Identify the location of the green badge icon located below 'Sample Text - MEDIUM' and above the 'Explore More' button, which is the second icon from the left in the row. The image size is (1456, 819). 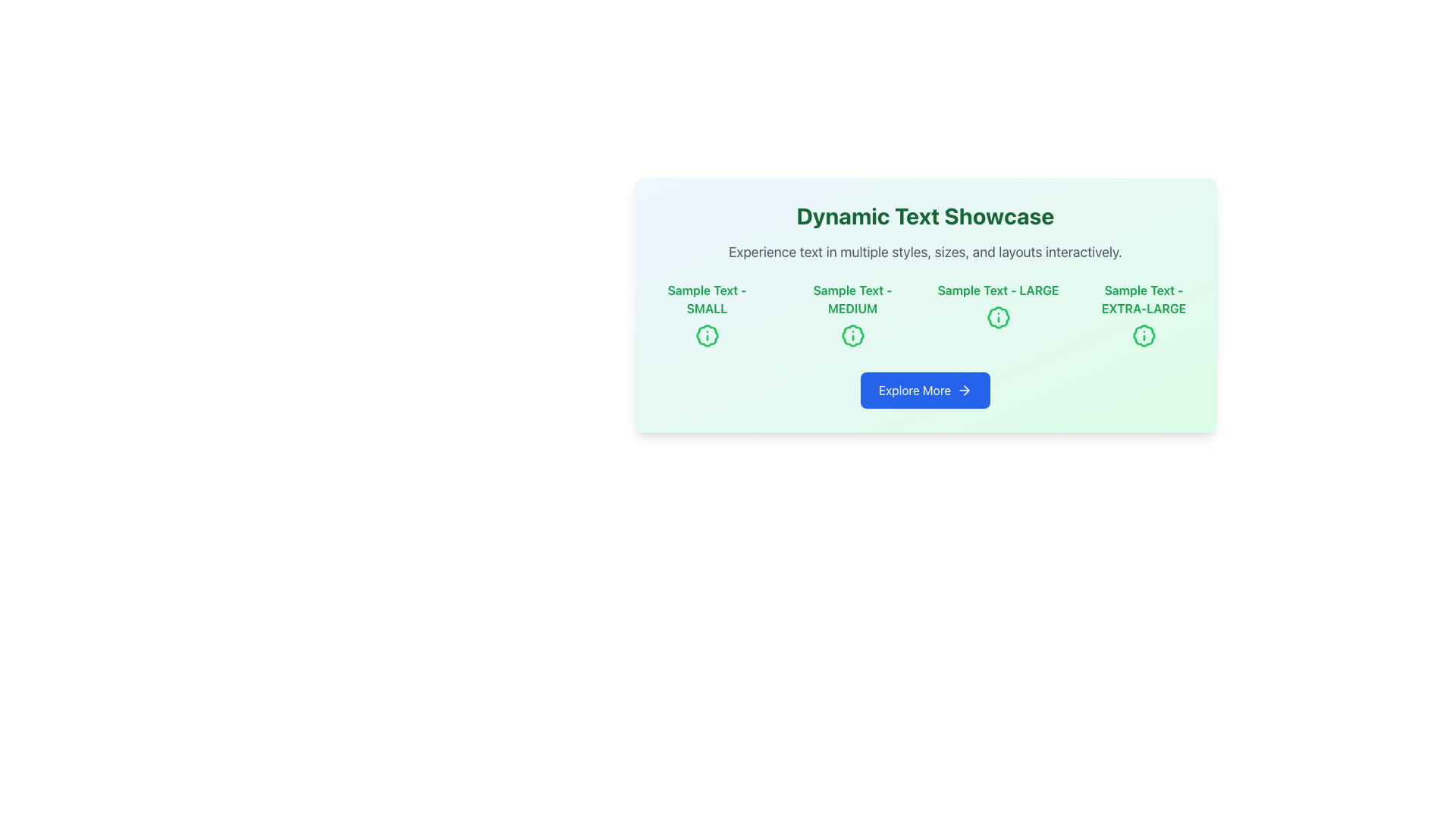
(852, 335).